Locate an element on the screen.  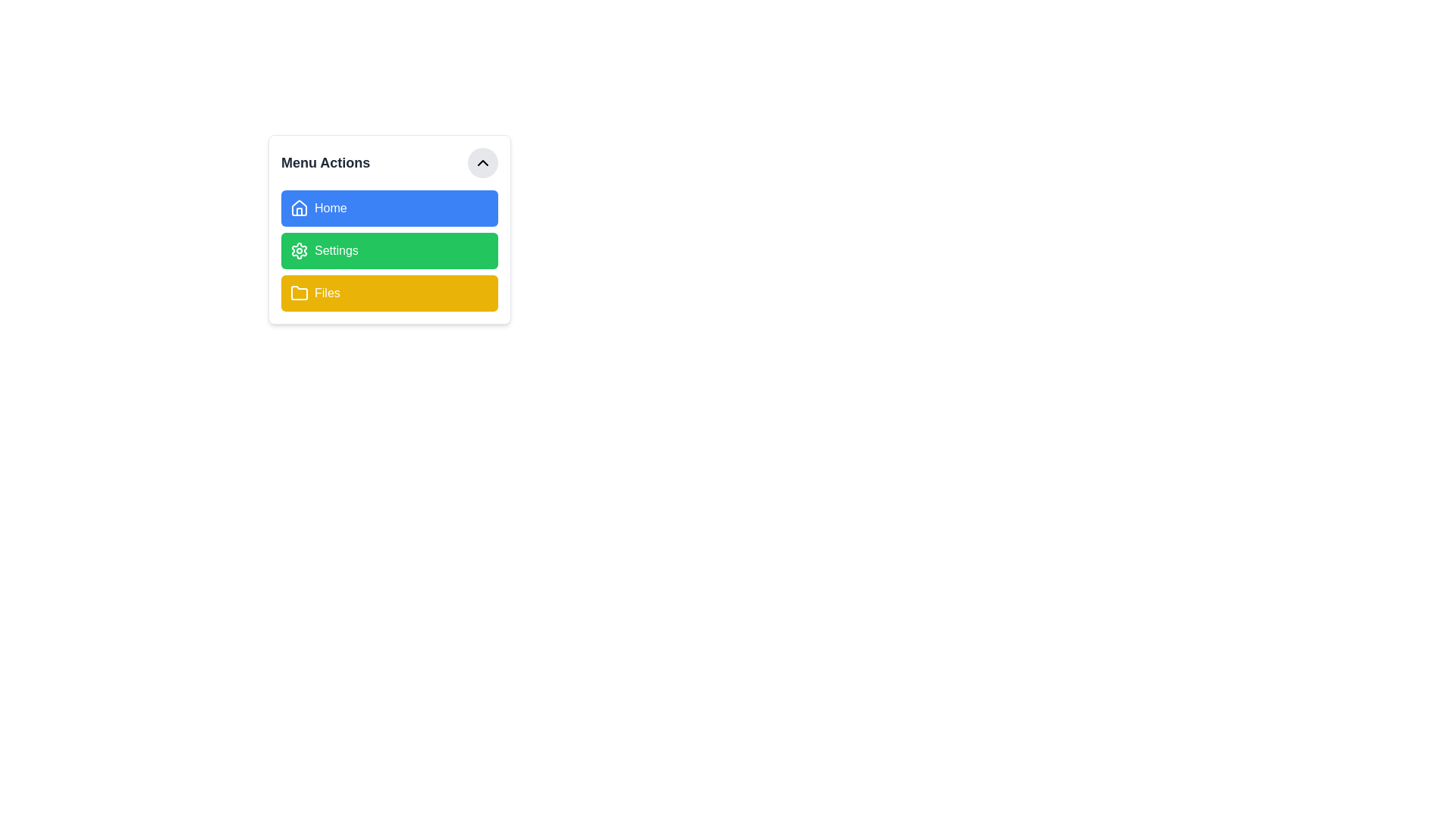
the 'Home' button icon which contains the house representation, as it is non-interactive is located at coordinates (299, 212).